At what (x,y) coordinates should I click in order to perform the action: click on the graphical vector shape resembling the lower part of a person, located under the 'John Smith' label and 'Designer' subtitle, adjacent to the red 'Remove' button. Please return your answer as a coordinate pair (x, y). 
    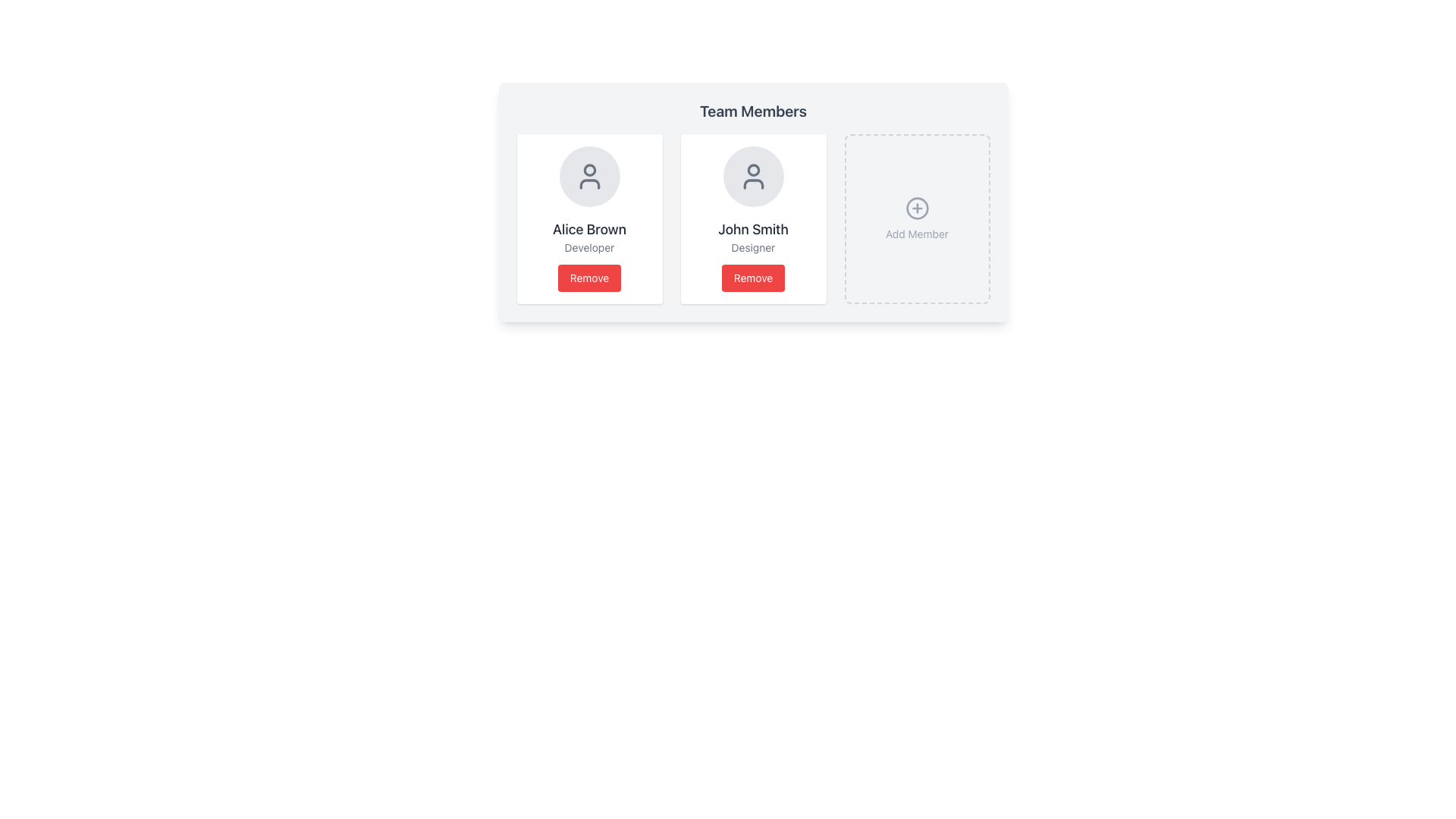
    Looking at the image, I should click on (753, 184).